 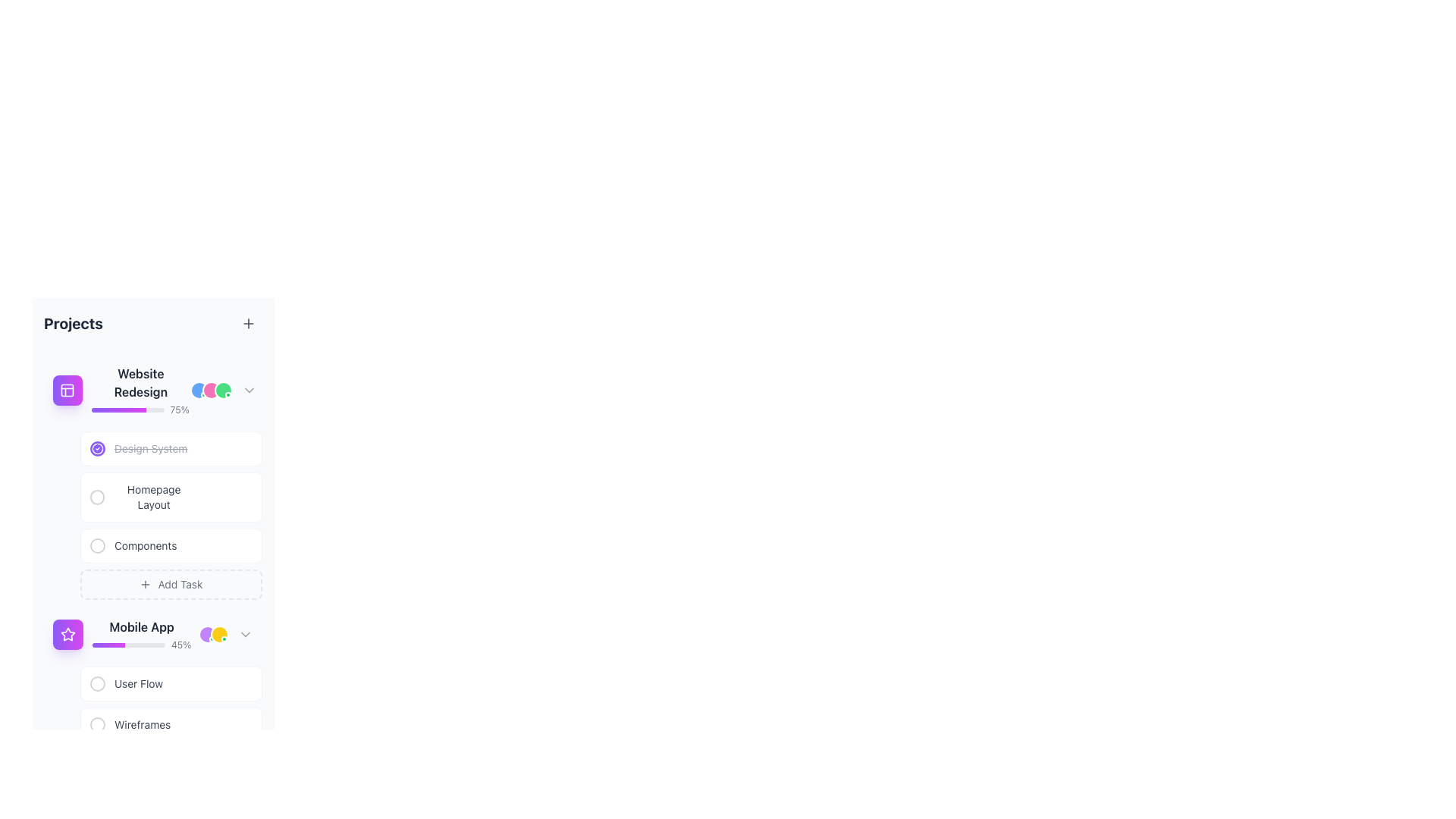 I want to click on the leftmost circular button in the 'Mobile App' subsection under the 'Projects' category, so click(x=97, y=684).